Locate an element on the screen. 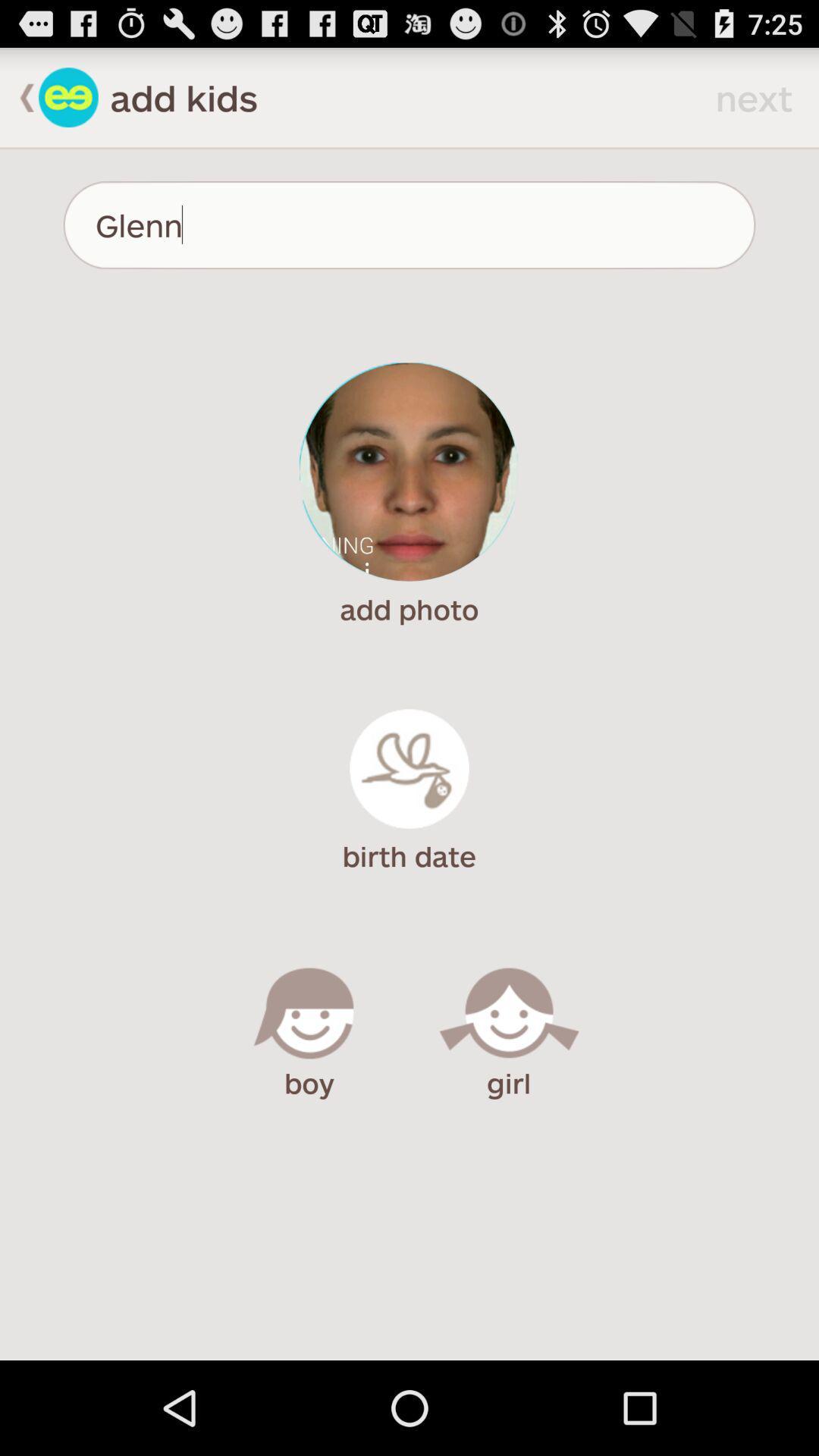  profile picture is located at coordinates (408, 471).